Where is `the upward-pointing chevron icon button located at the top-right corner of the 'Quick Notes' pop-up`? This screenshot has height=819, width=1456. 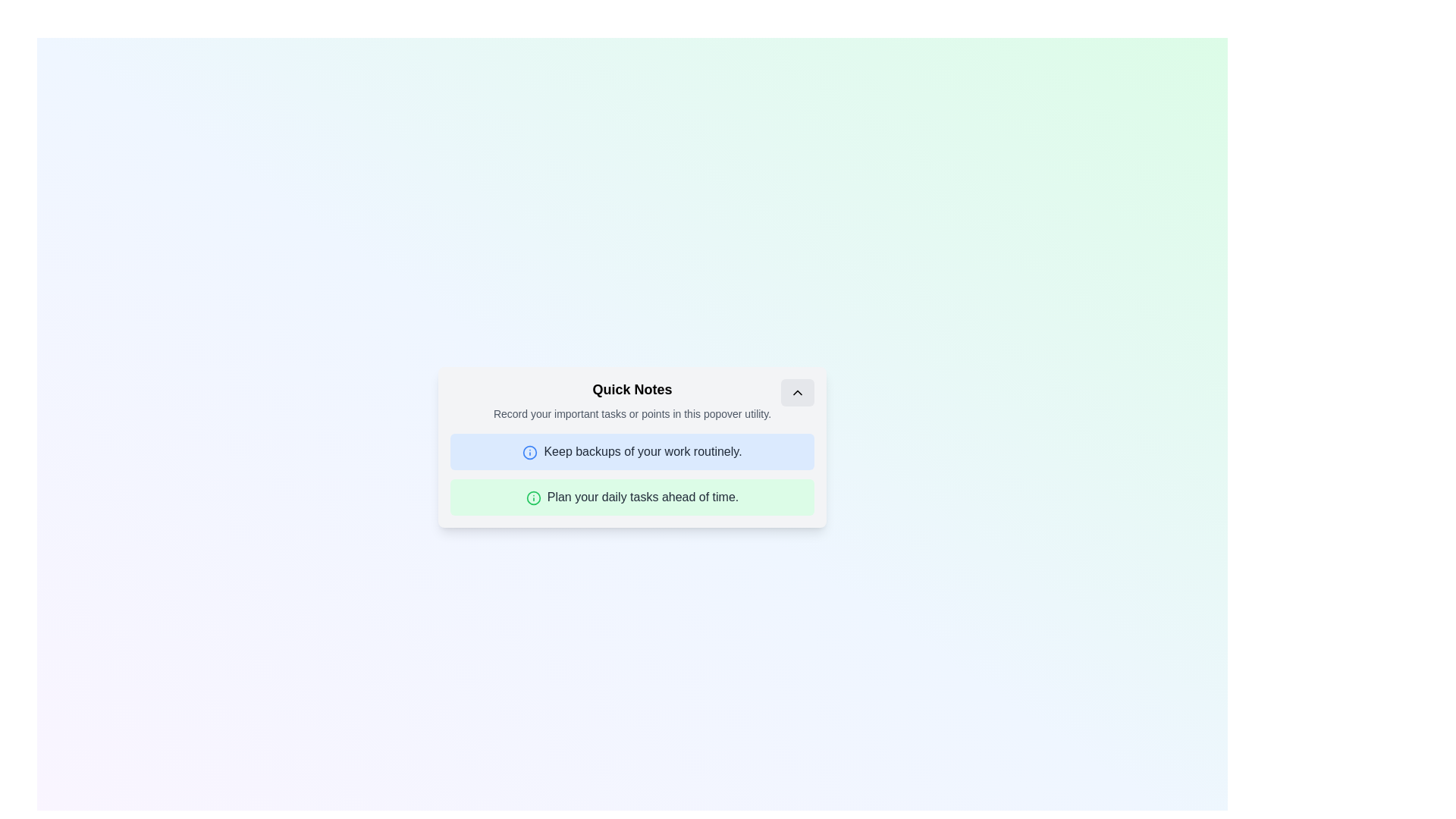 the upward-pointing chevron icon button located at the top-right corner of the 'Quick Notes' pop-up is located at coordinates (796, 391).